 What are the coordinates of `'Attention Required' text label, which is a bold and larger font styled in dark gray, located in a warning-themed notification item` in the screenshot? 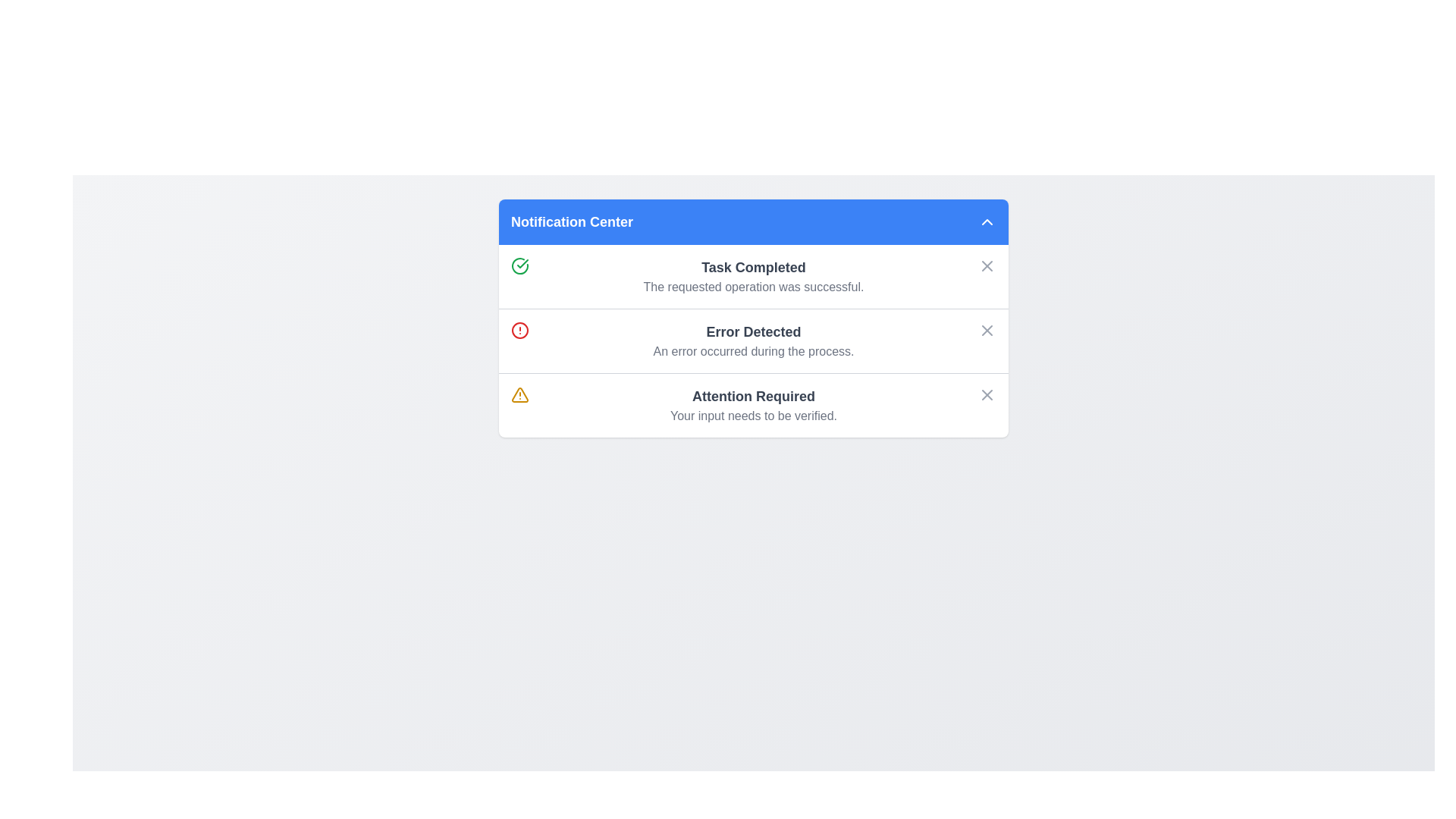 It's located at (753, 396).